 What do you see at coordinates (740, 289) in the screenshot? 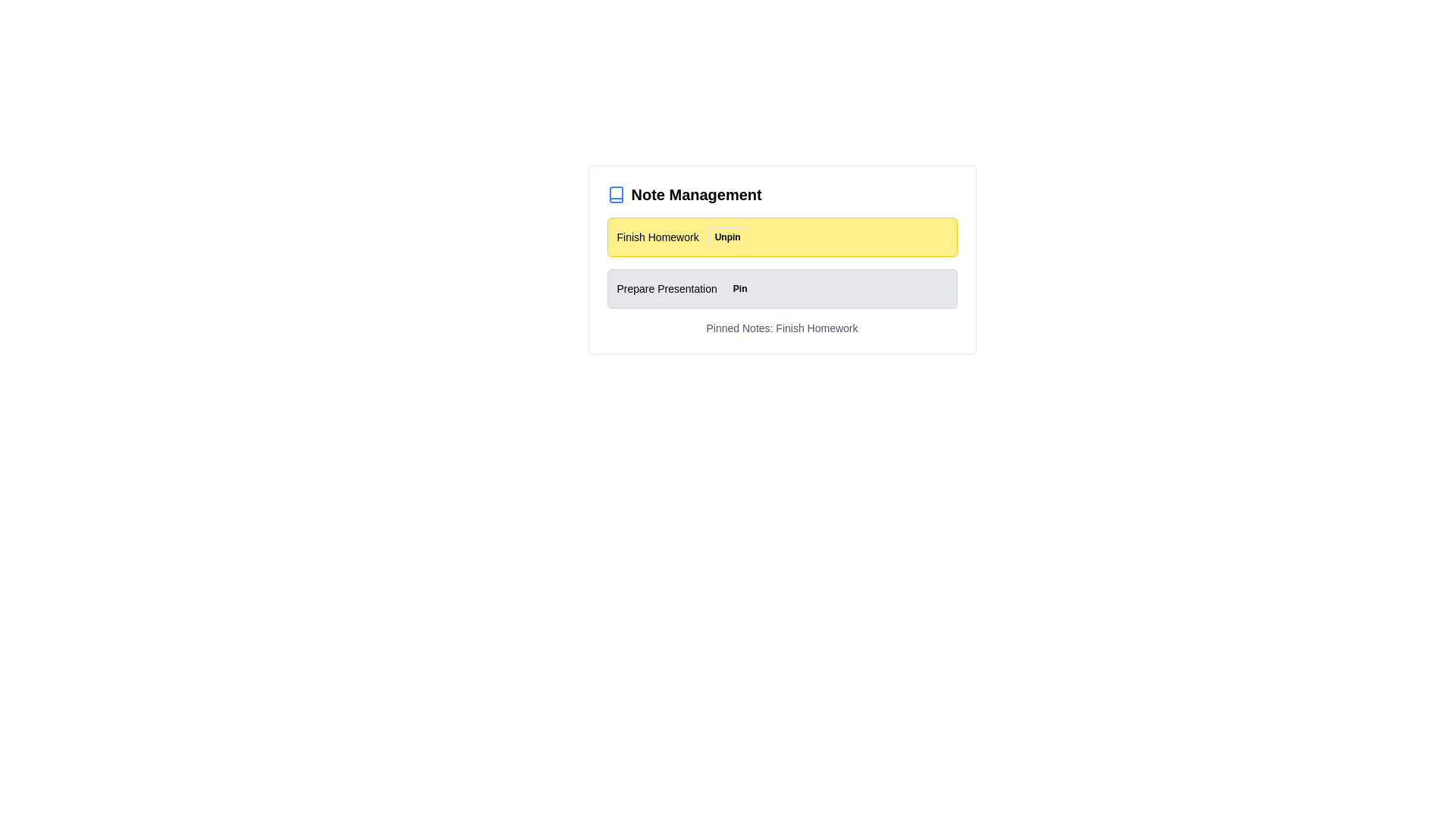
I see `the Pin (Prepare Presentation) button to toggle the pin status of the corresponding note` at bounding box center [740, 289].